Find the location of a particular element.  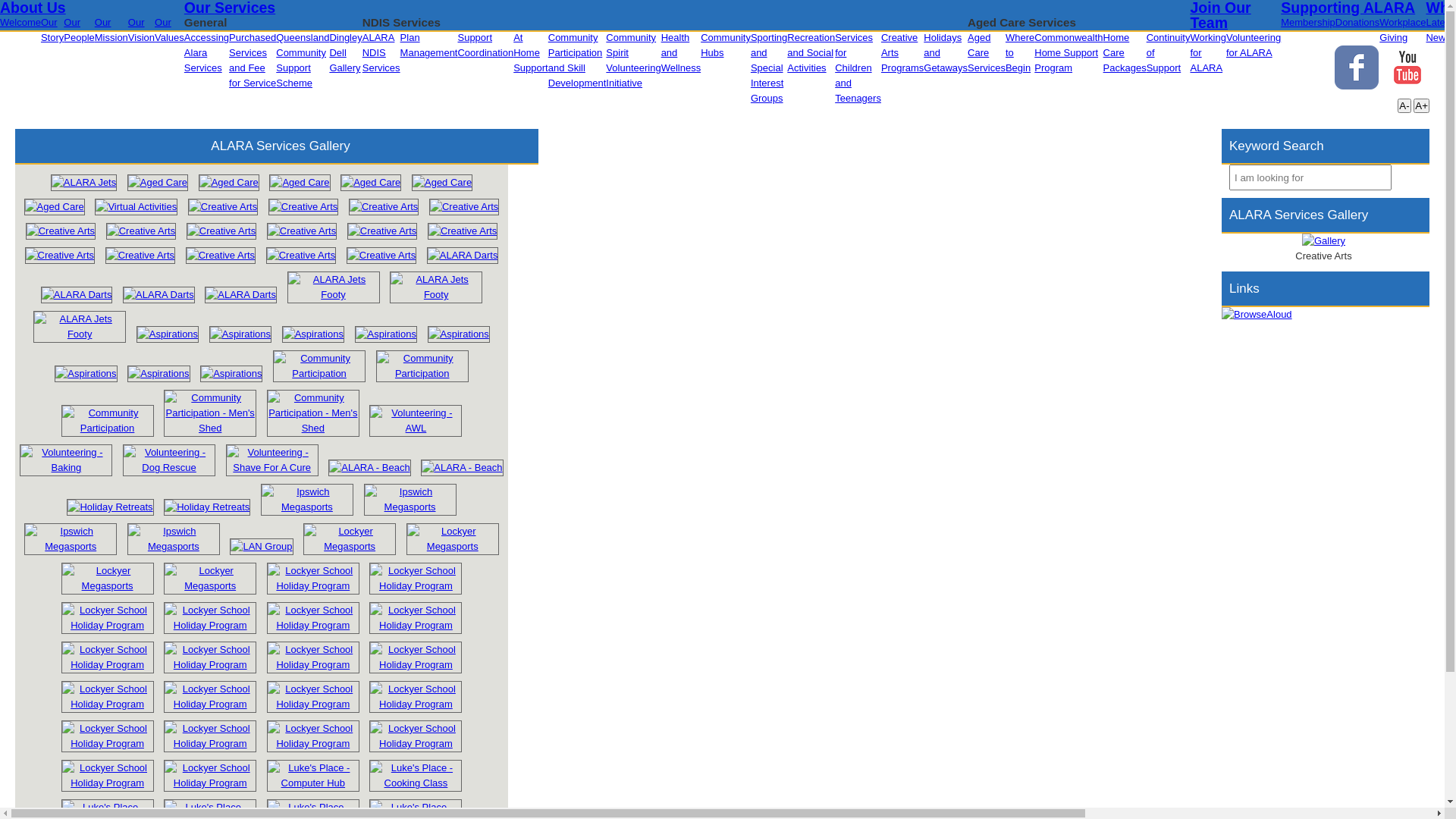

'Community Participation' is located at coordinates (318, 366).